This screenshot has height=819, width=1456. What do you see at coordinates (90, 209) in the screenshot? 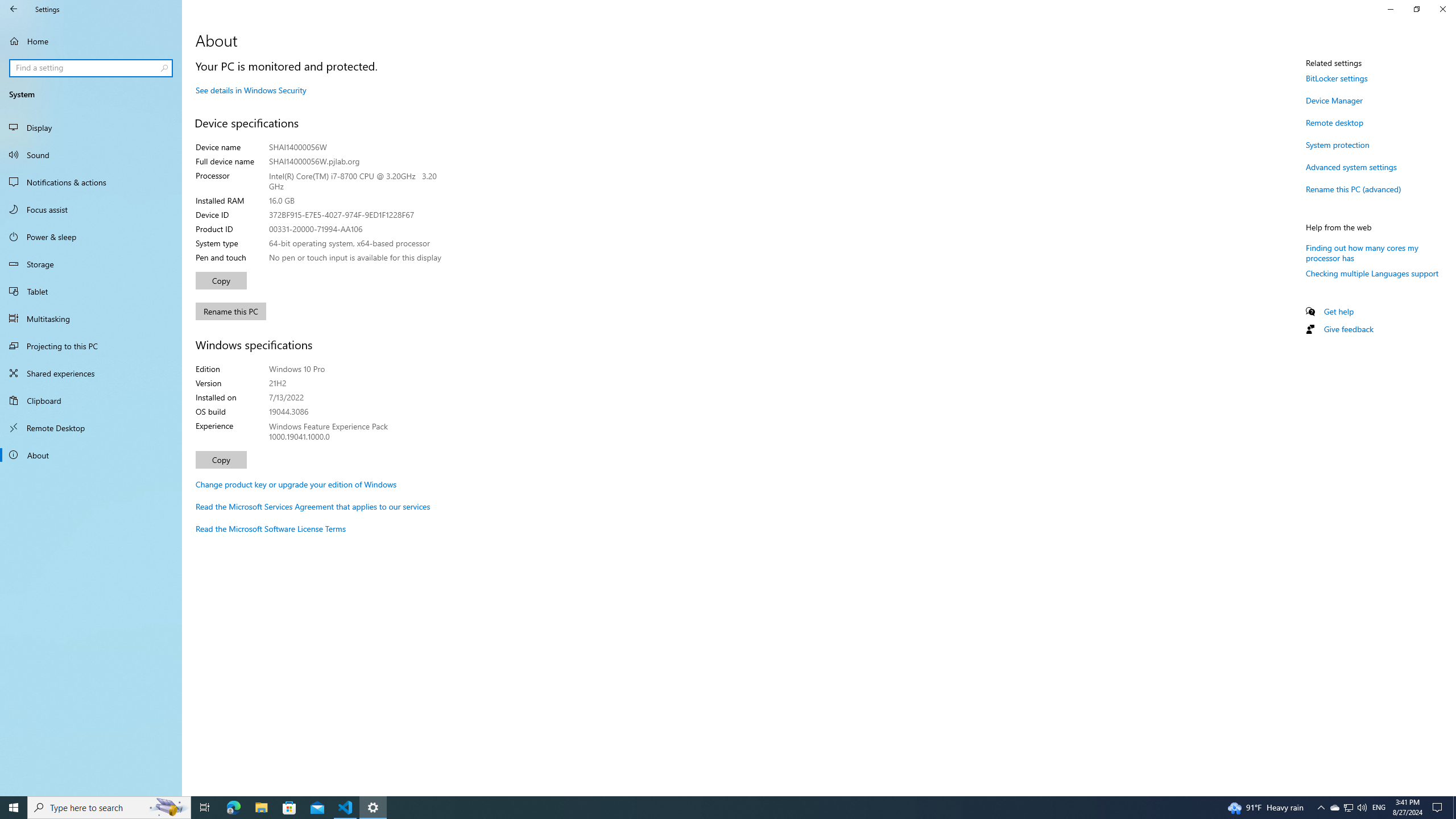
I see `'Focus assist'` at bounding box center [90, 209].